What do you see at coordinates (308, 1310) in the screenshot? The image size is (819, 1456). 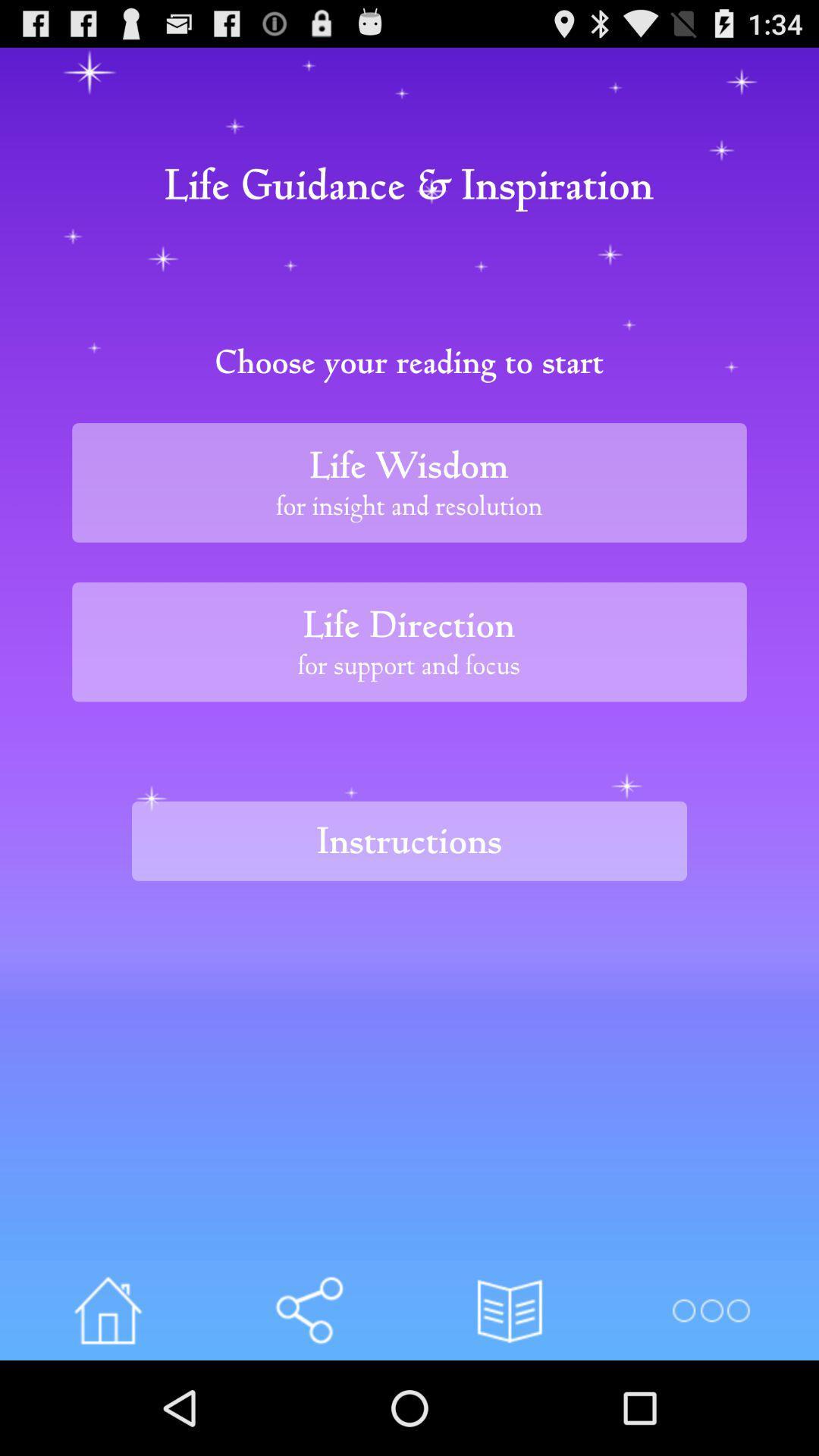 I see `the button below instructions button` at bounding box center [308, 1310].